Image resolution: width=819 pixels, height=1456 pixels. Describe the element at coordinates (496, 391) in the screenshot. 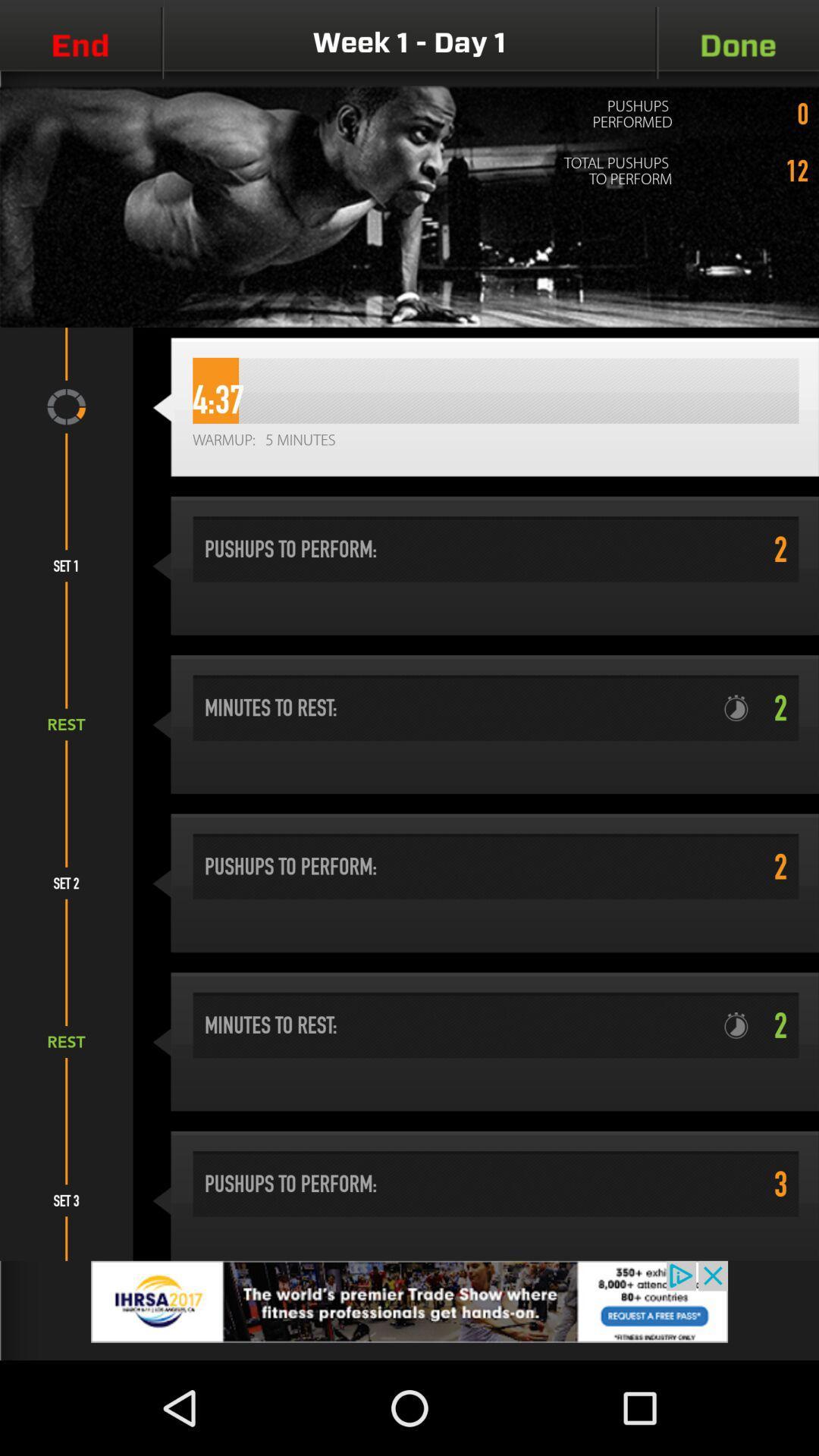

I see `437` at that location.